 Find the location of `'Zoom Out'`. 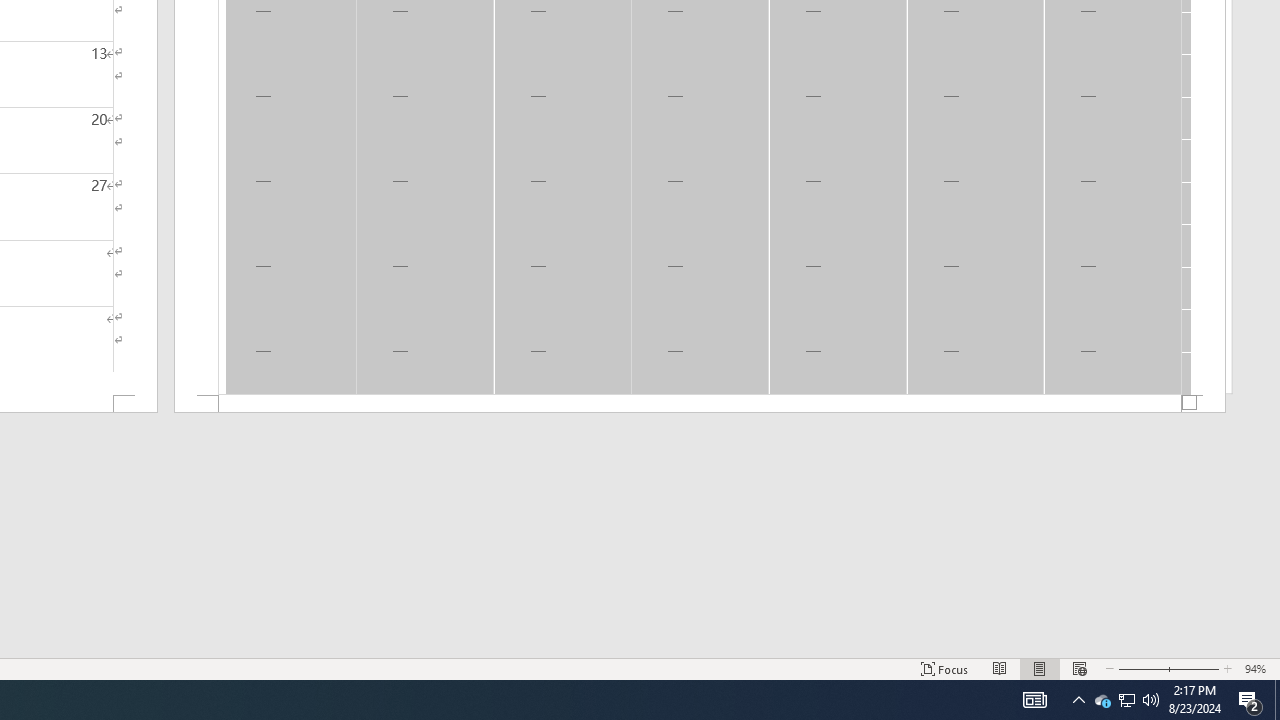

'Zoom Out' is located at coordinates (1141, 669).